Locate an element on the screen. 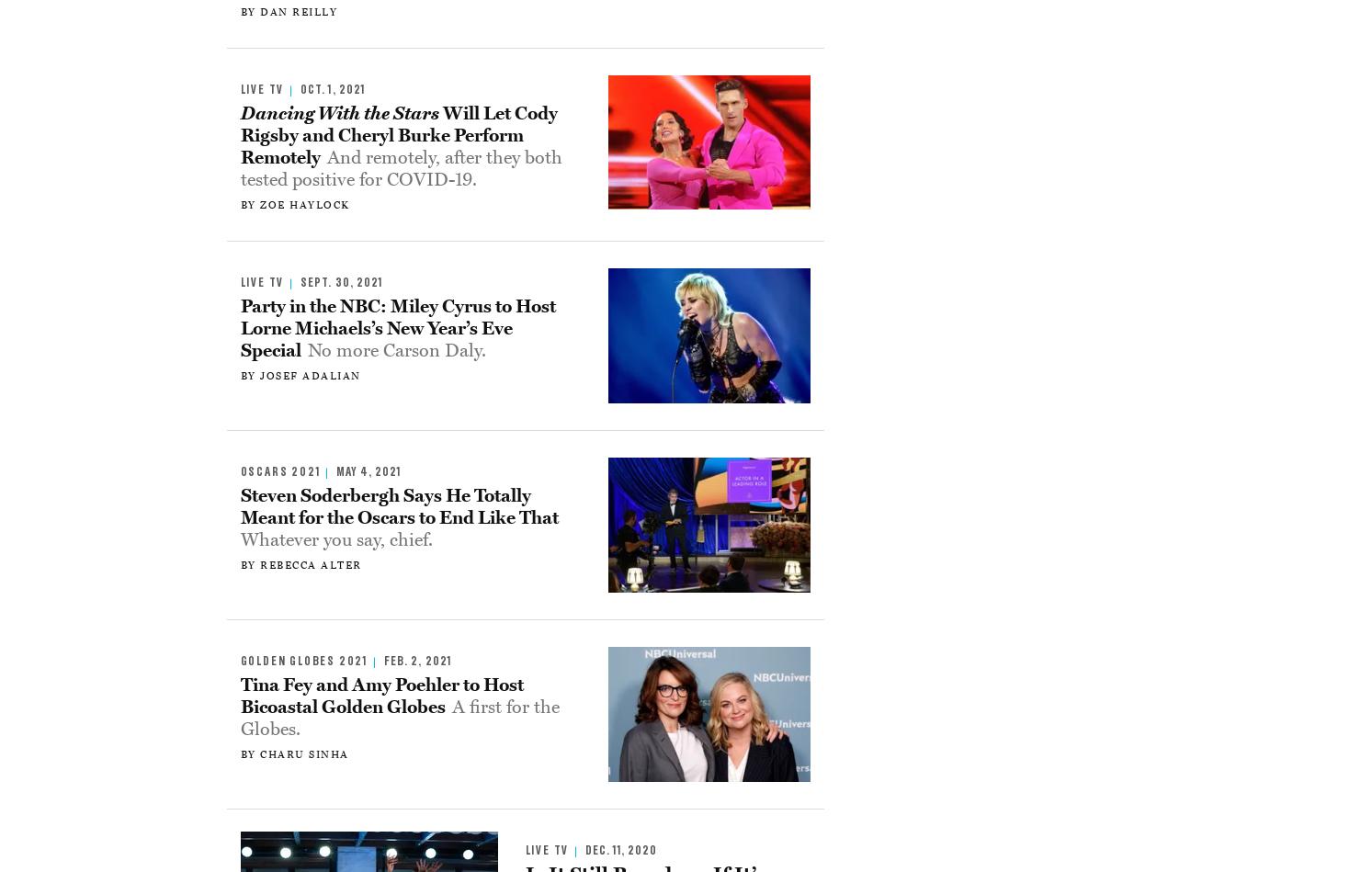  'oscars 2021' is located at coordinates (279, 470).